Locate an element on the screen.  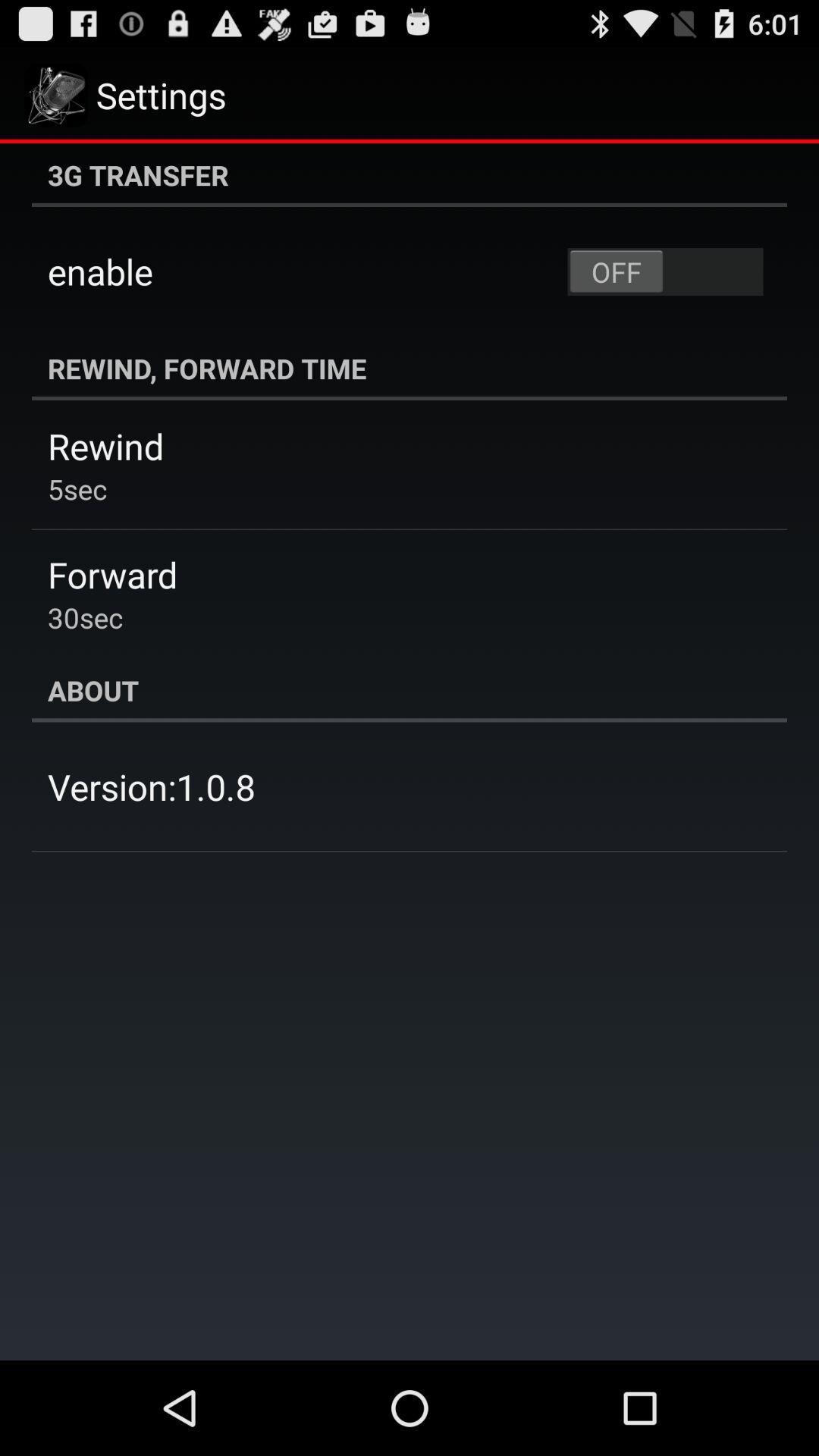
3g transfer icon is located at coordinates (409, 174).